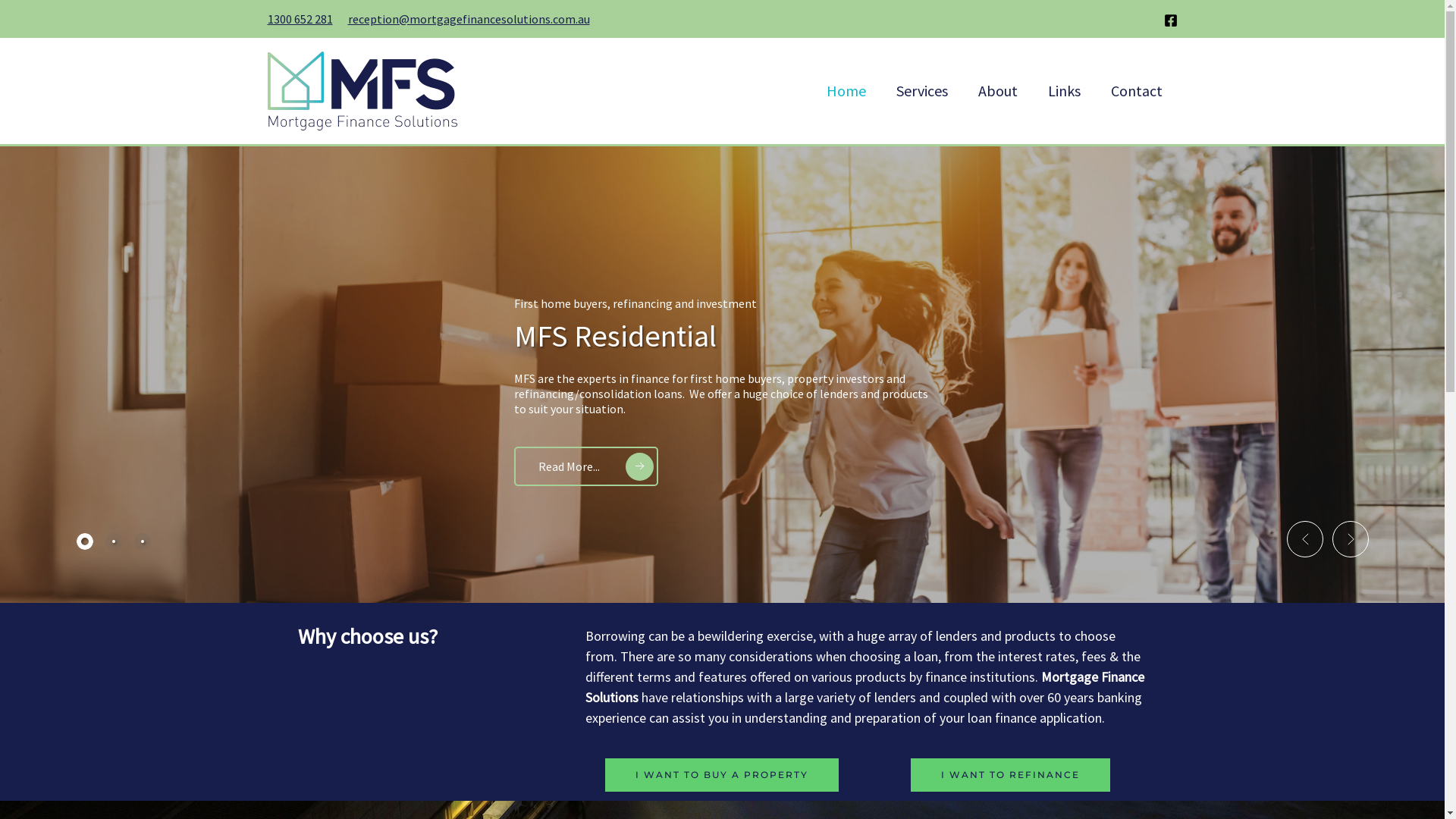 The width and height of the screenshot is (1456, 819). I want to click on 'MFS Residential', so click(615, 335).